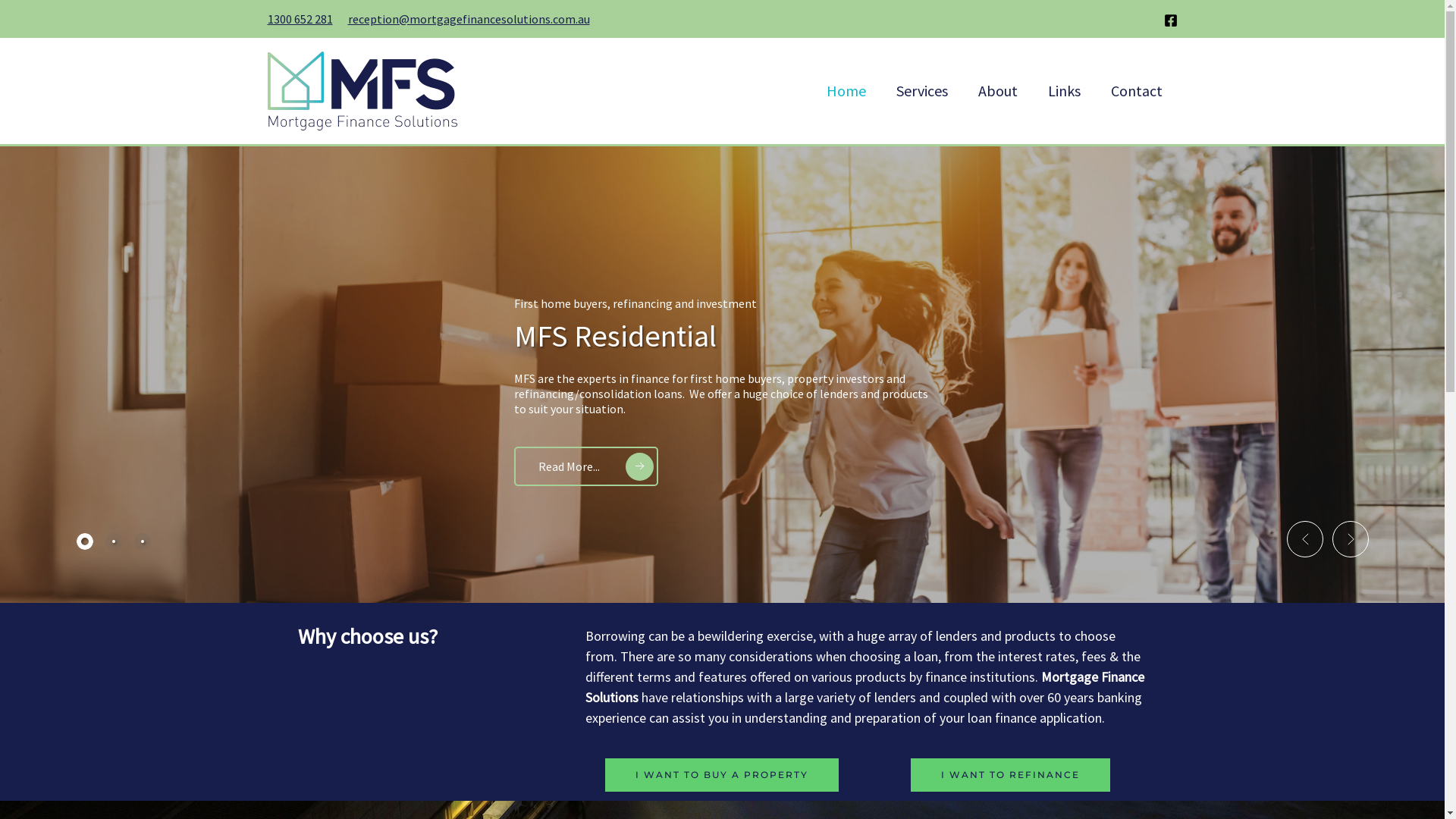 The width and height of the screenshot is (1456, 819). I want to click on 'MFS Residential', so click(615, 335).